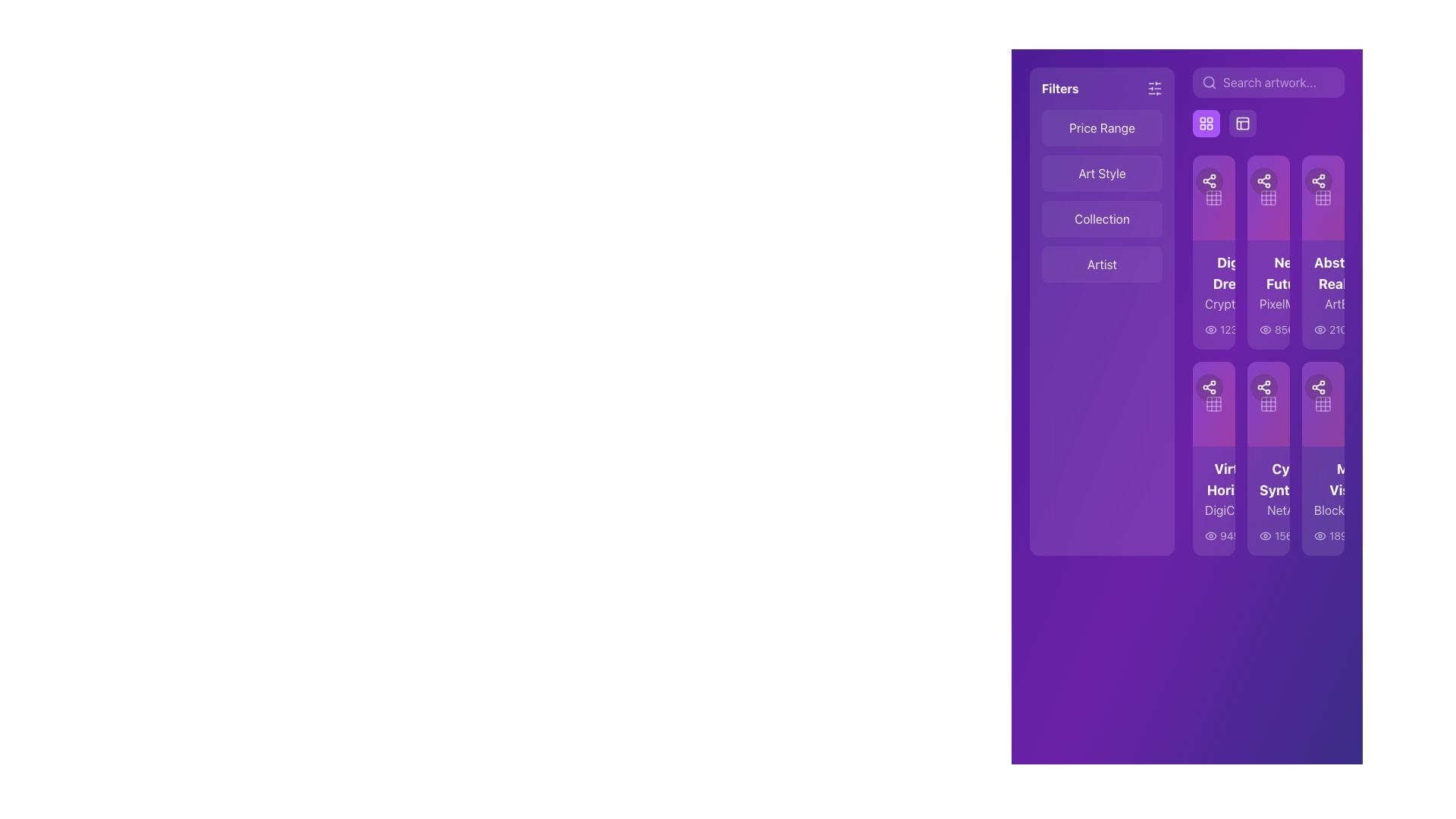 This screenshot has height=819, width=1456. Describe the element at coordinates (1059, 88) in the screenshot. I see `the Text Label that acts as the title or heading for a section, located in the top-left corner of a toolbar or section header` at that location.